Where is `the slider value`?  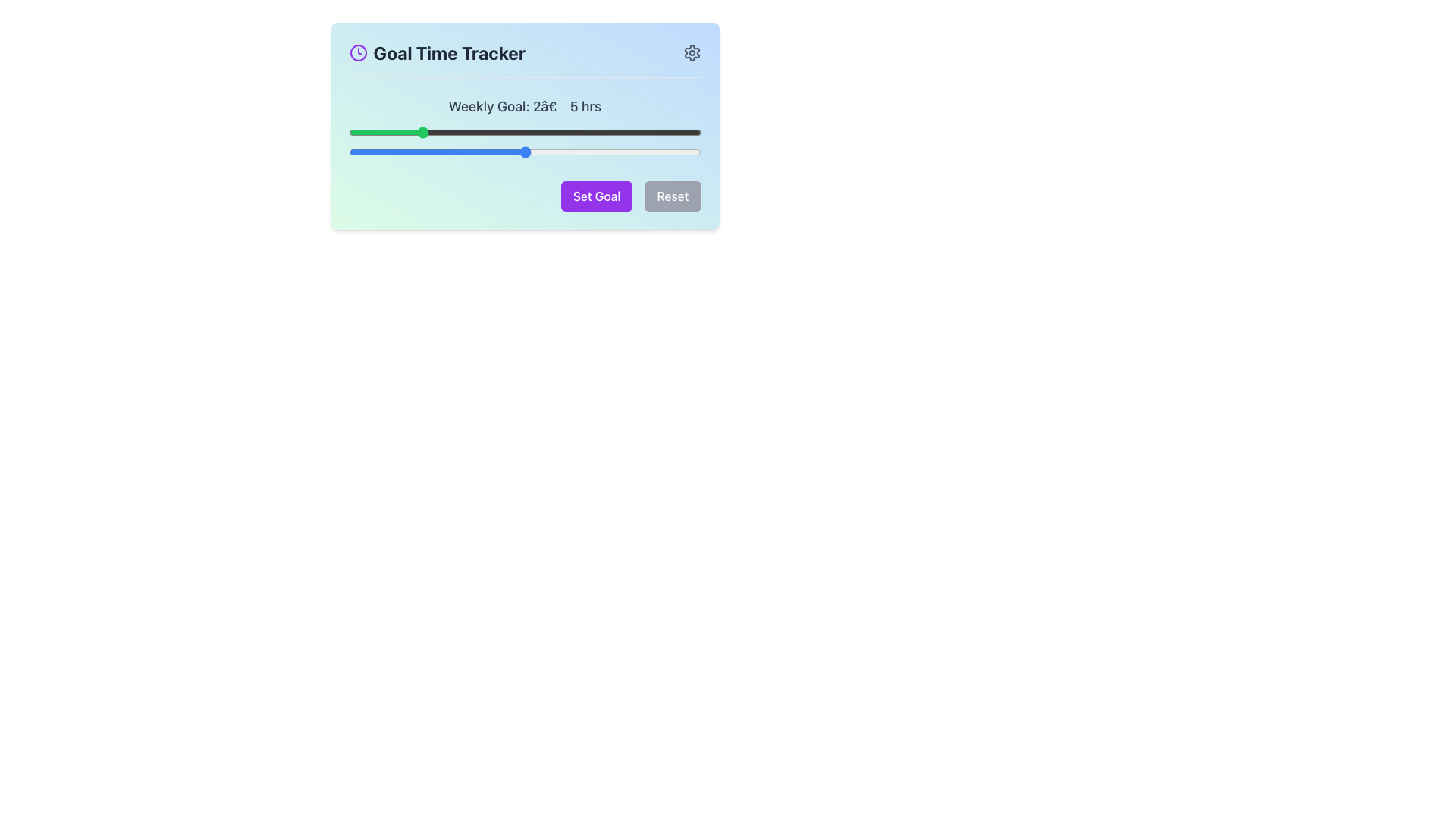
the slider value is located at coordinates (559, 152).